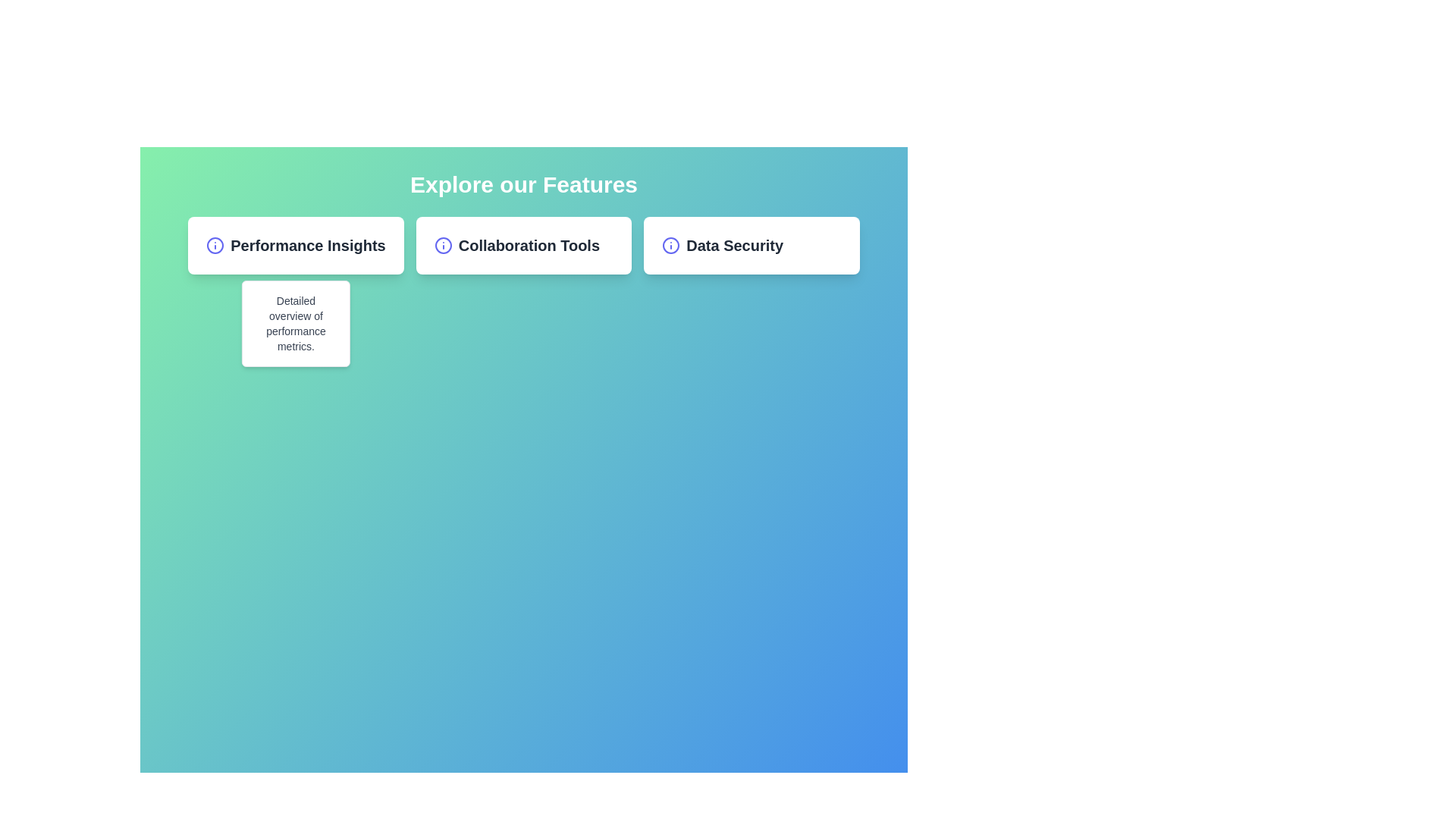  I want to click on the information icon located in the rightmost section of the 'Data Security' card under 'Explore our Features', so click(670, 245).